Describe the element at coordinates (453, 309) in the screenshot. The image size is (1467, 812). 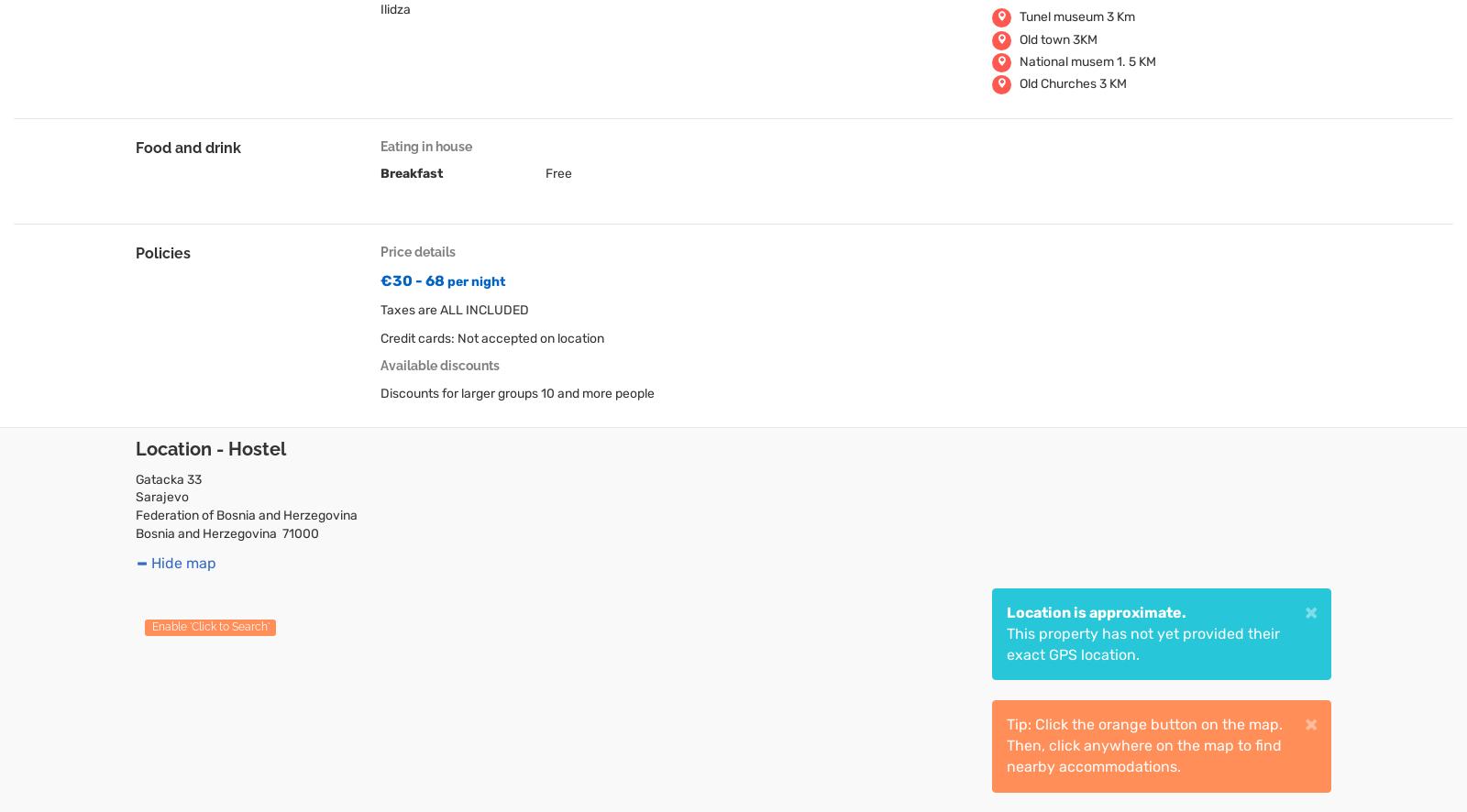
I see `'Taxes are ALL INCLUDED'` at that location.